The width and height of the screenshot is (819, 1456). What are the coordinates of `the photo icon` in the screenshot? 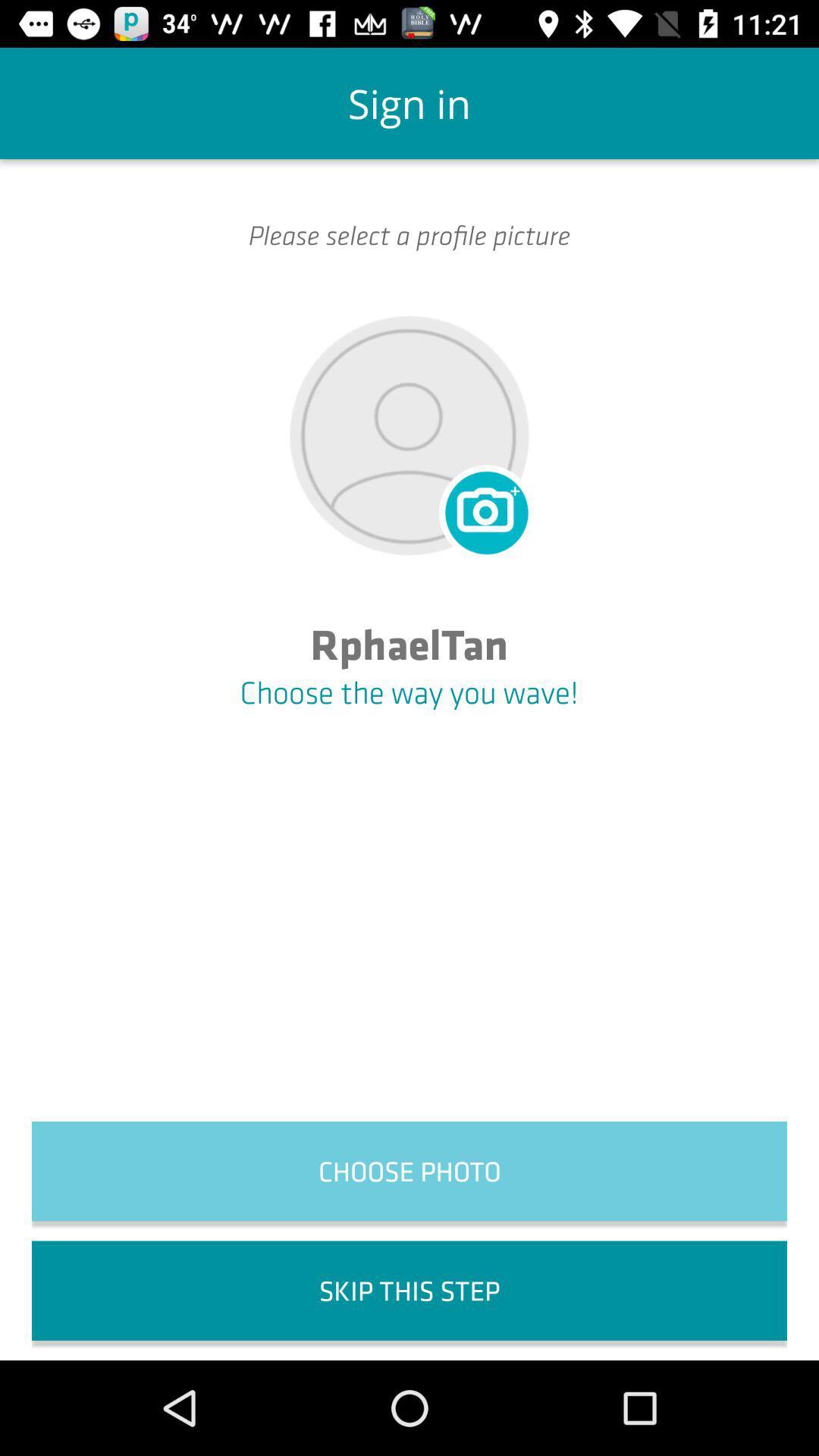 It's located at (484, 510).